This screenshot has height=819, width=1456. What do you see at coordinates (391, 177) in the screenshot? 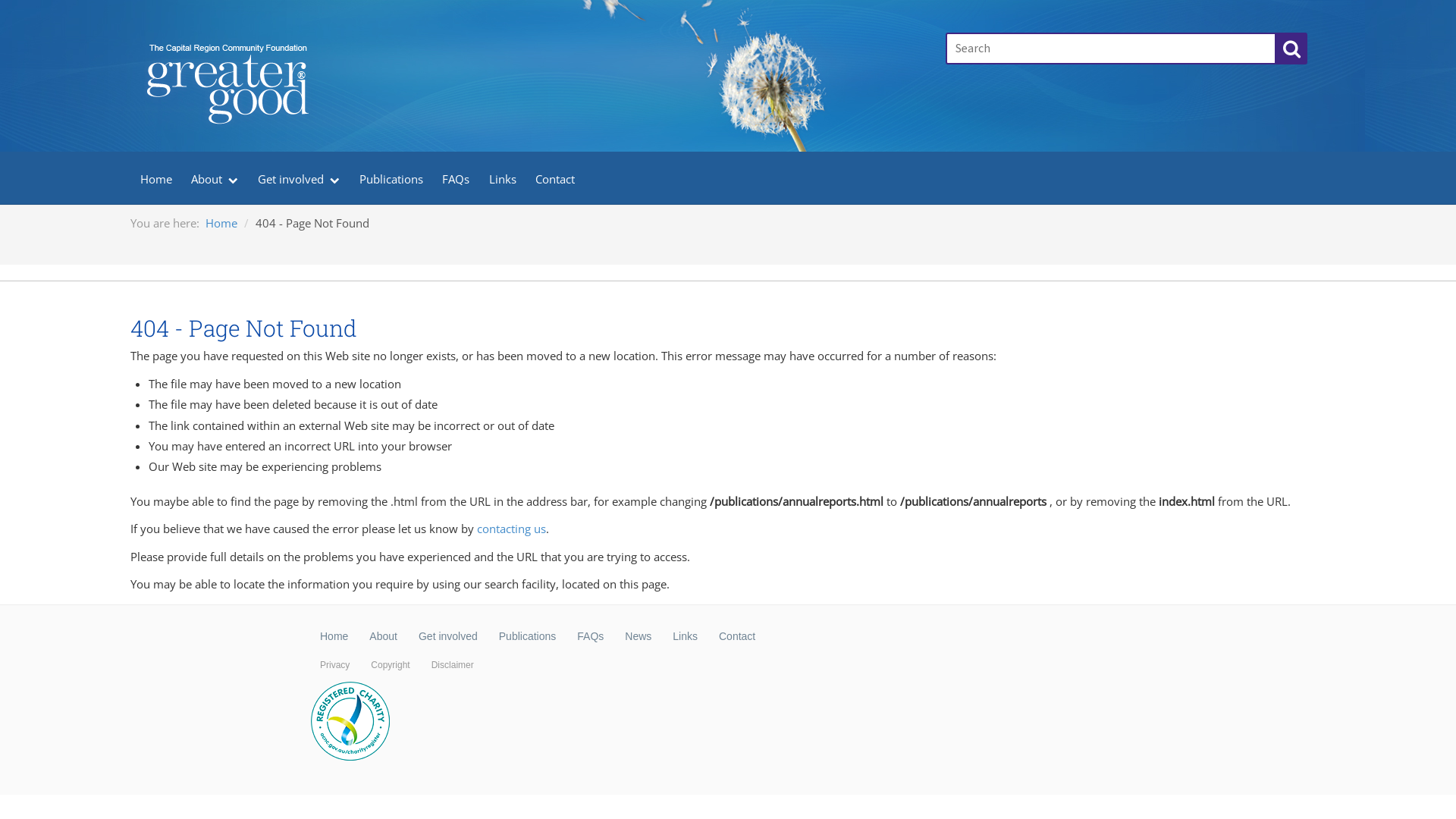
I see `'Publications'` at bounding box center [391, 177].